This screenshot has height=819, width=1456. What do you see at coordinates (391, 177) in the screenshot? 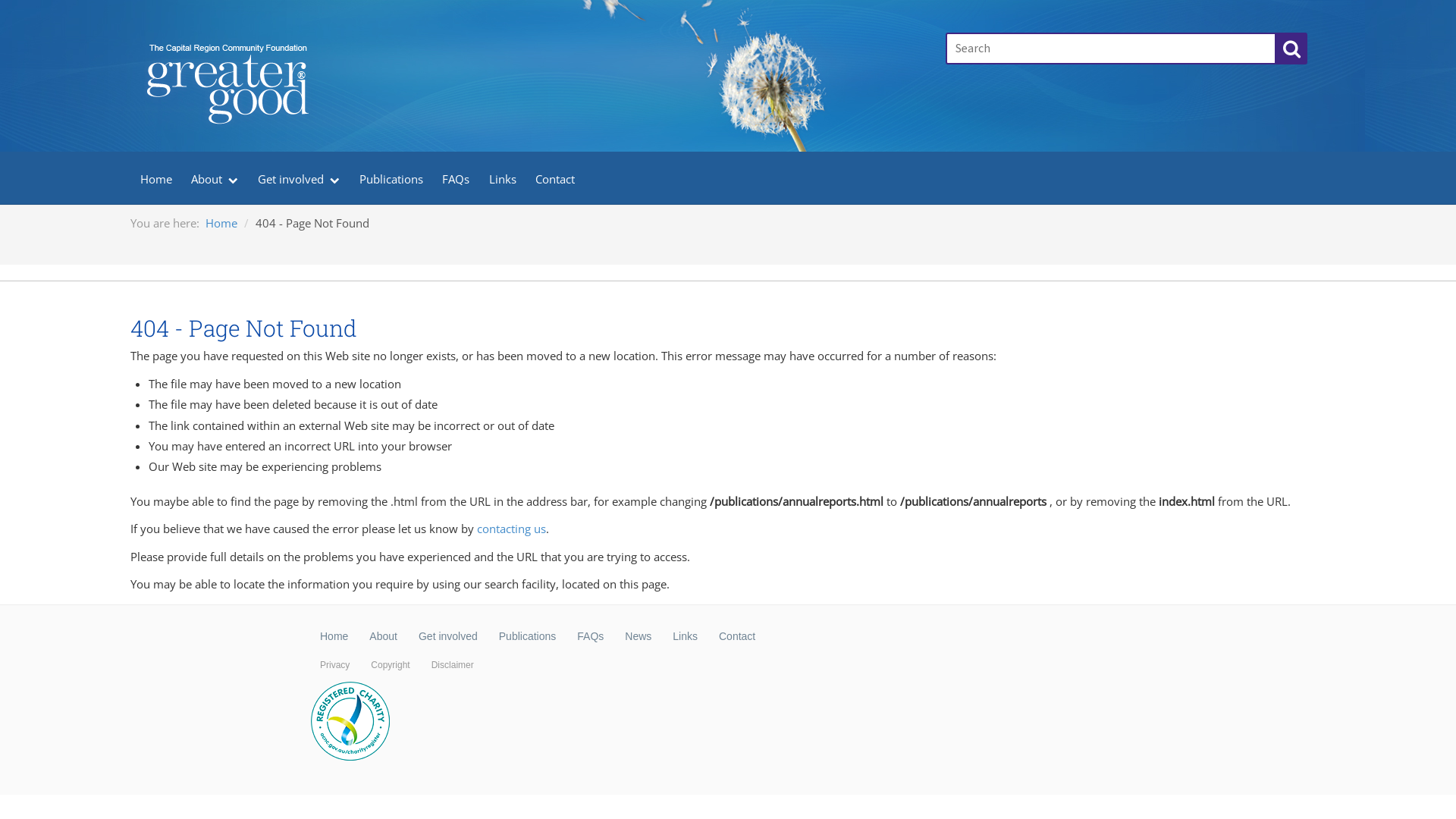
I see `'Publications'` at bounding box center [391, 177].